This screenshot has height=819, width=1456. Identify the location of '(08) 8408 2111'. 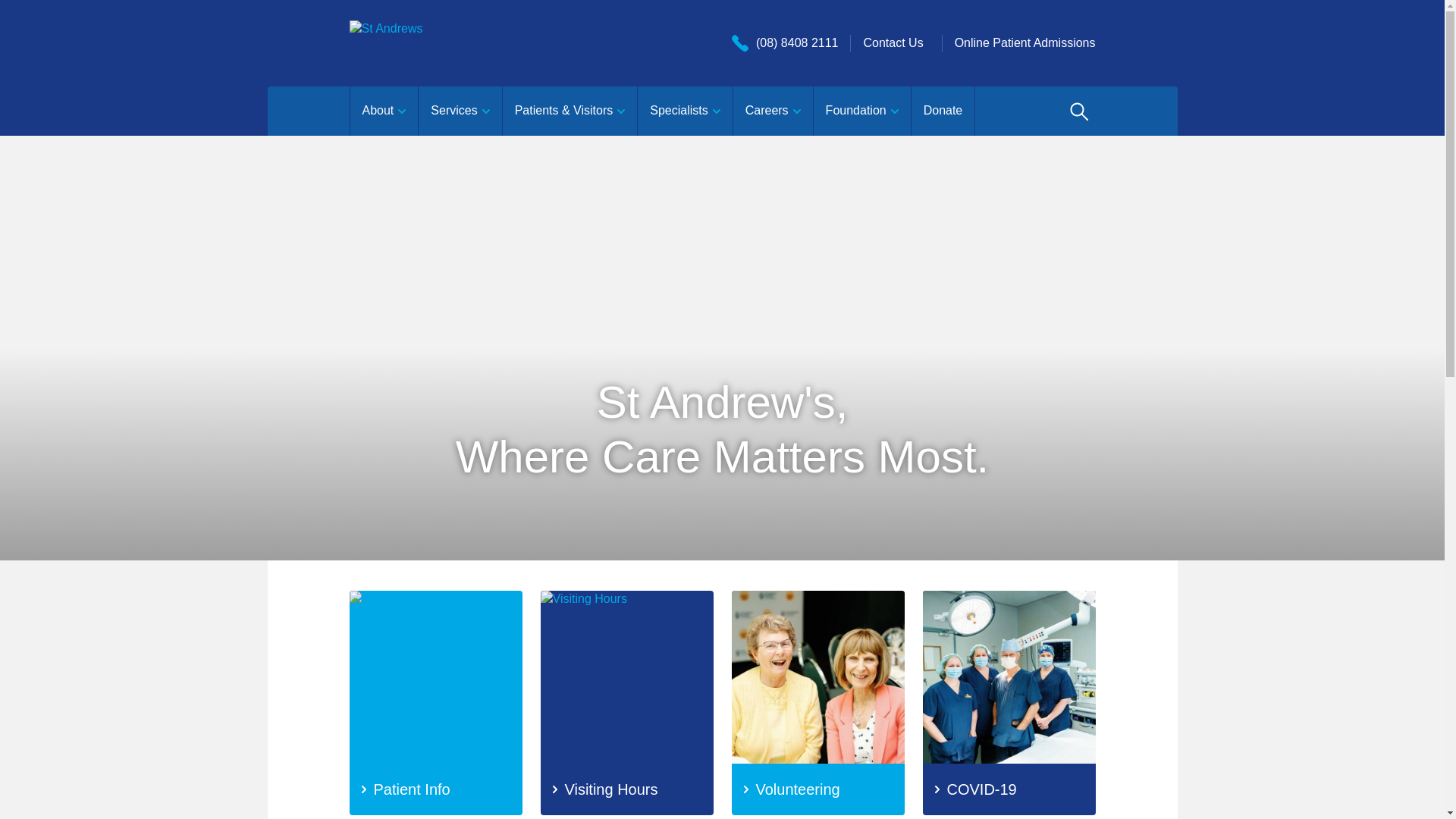
(731, 42).